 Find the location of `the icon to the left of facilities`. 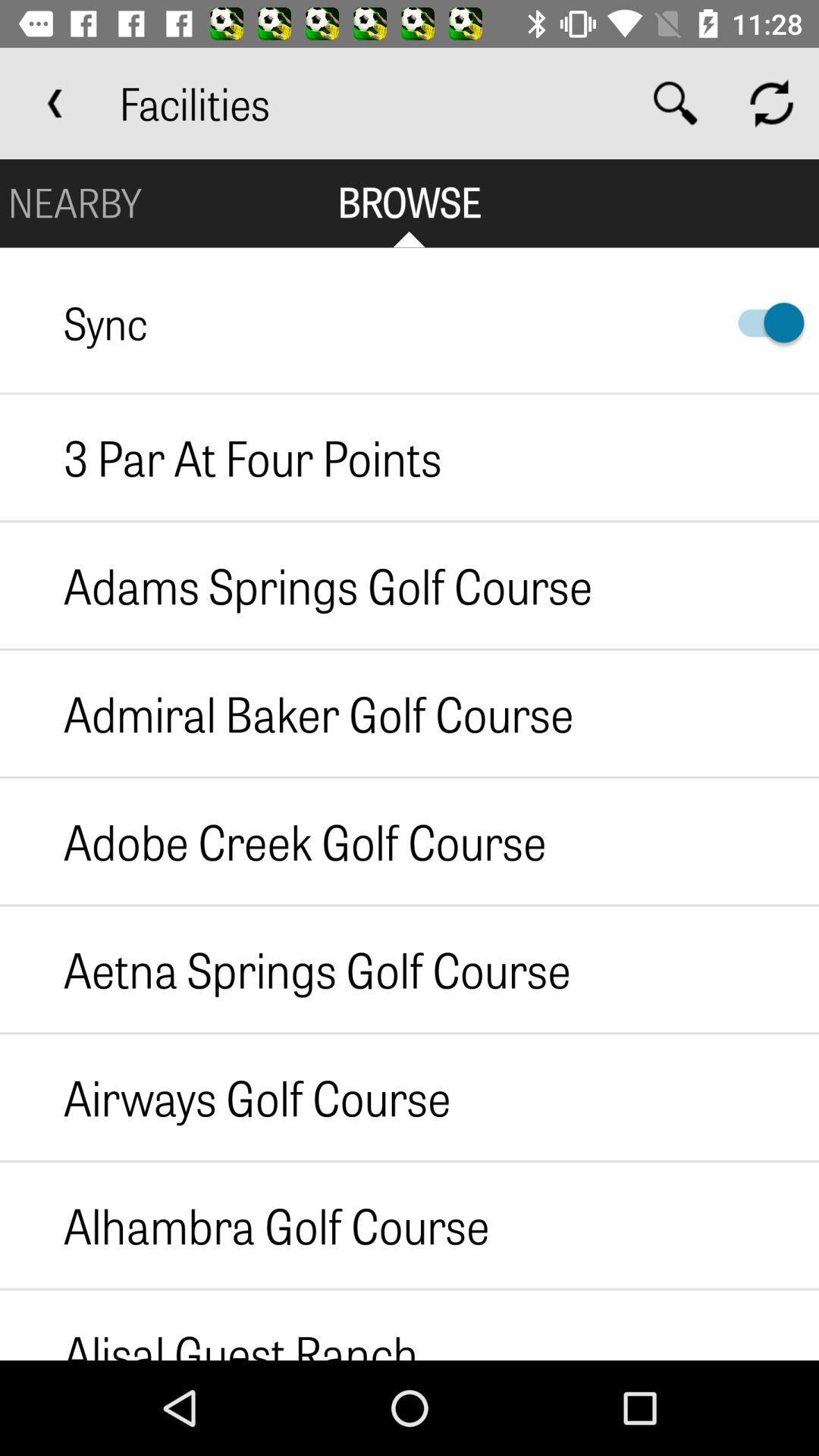

the icon to the left of facilities is located at coordinates (55, 102).